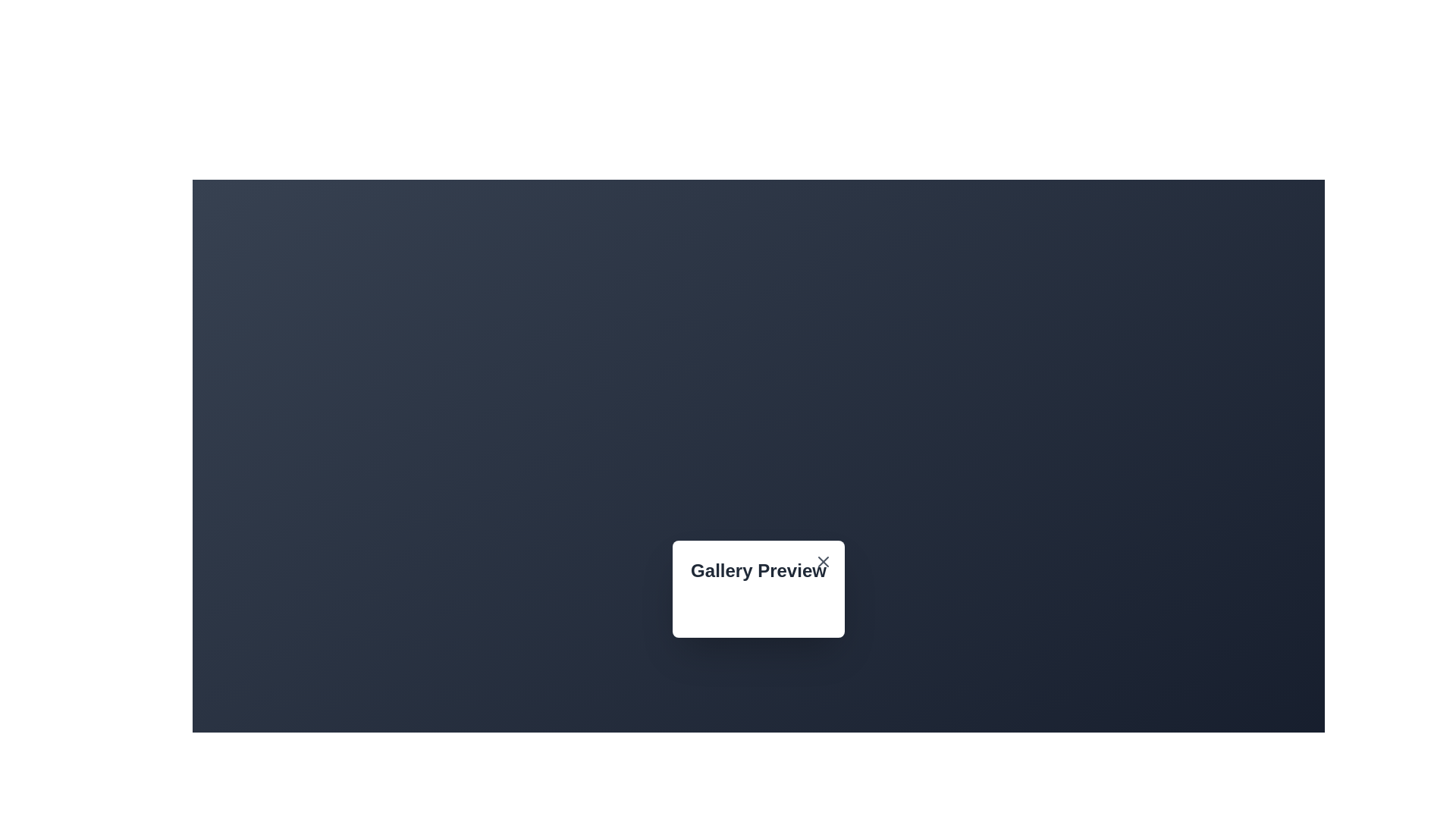  Describe the element at coordinates (822, 561) in the screenshot. I see `the close button to close the gallery dialog` at that location.